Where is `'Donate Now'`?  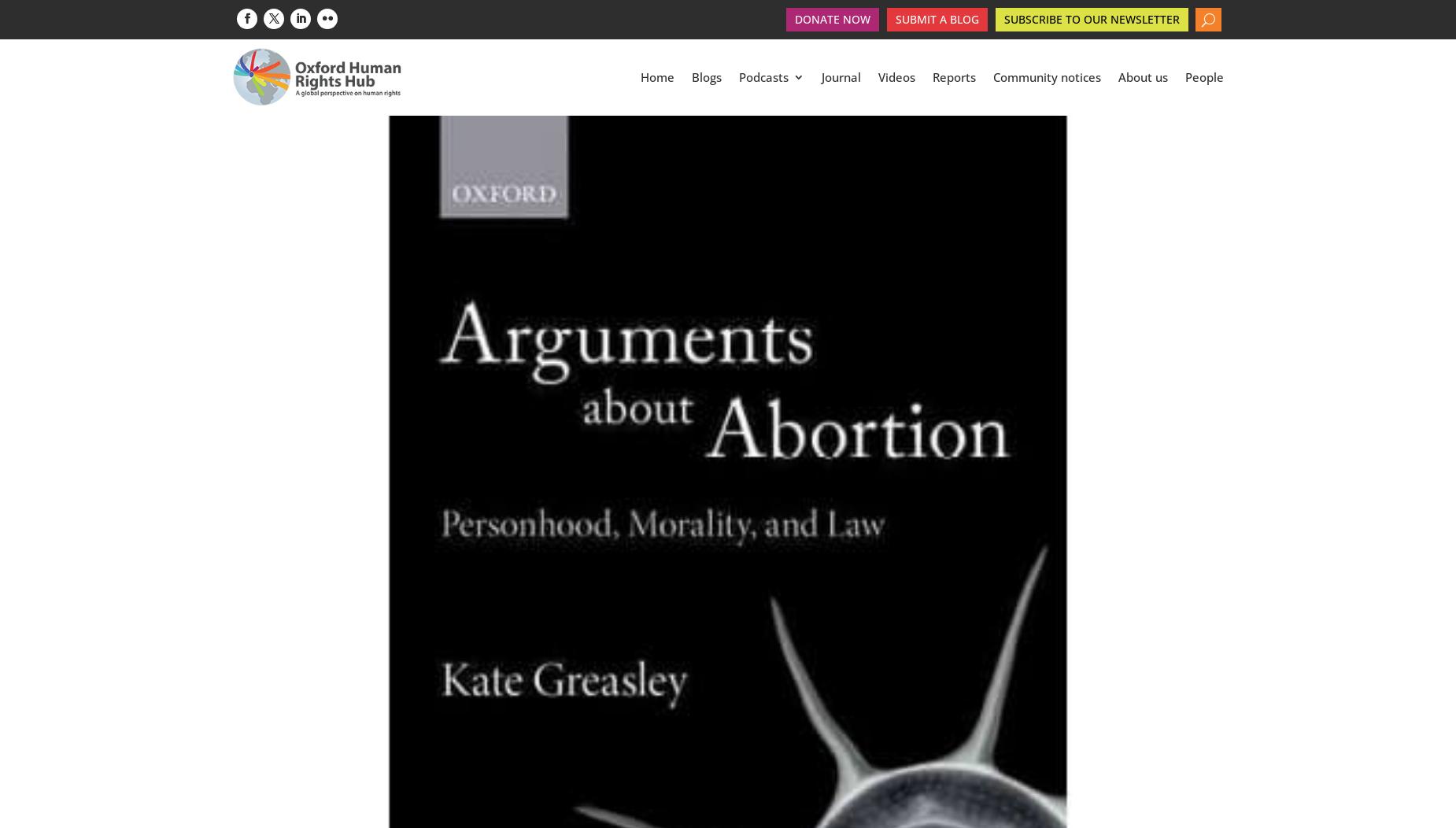
'Donate Now' is located at coordinates (831, 19).